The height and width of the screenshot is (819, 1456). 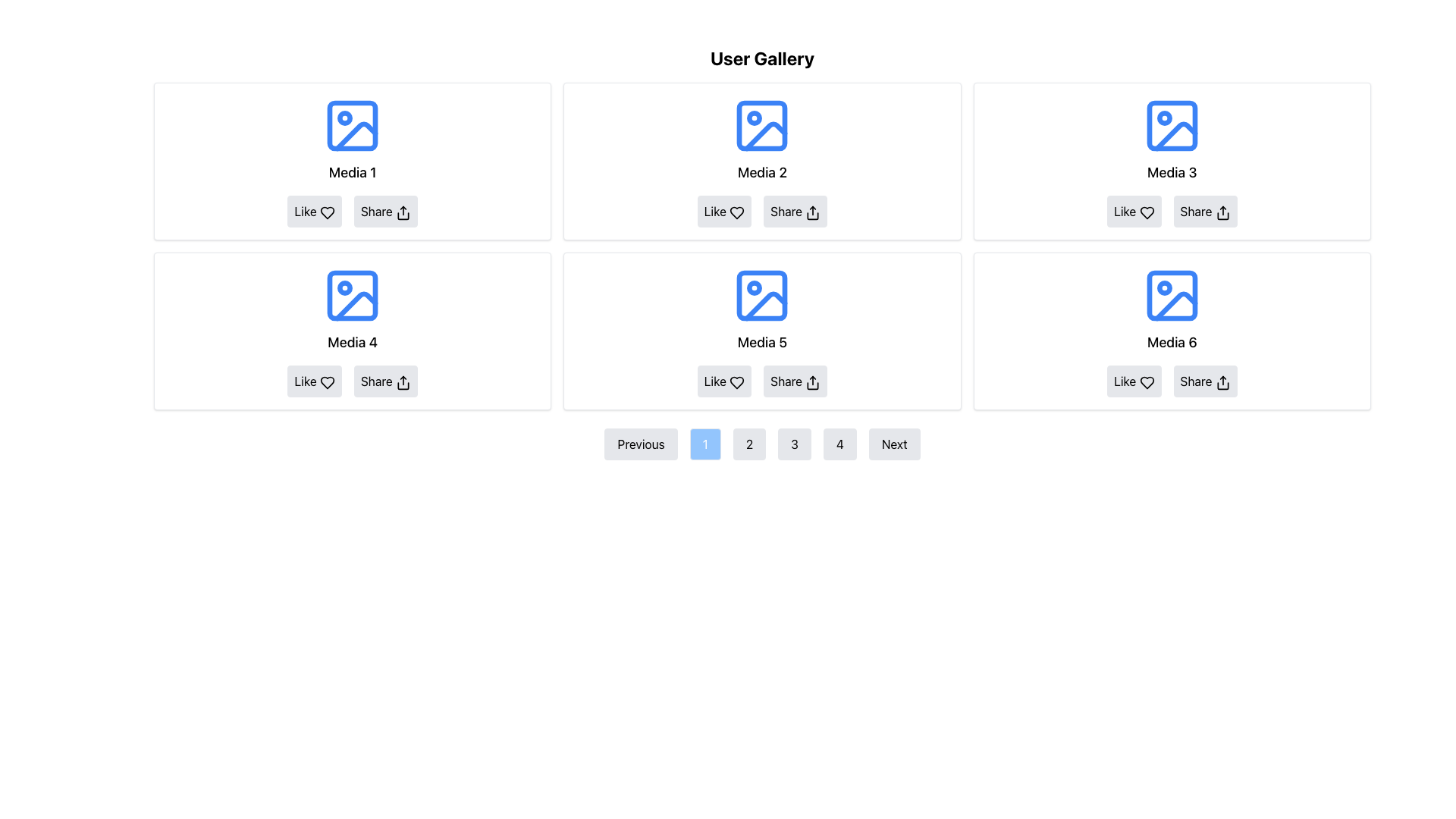 I want to click on the icon representing 'Media 1' located in the top-left quadrant of the user gallery grid, so click(x=352, y=124).